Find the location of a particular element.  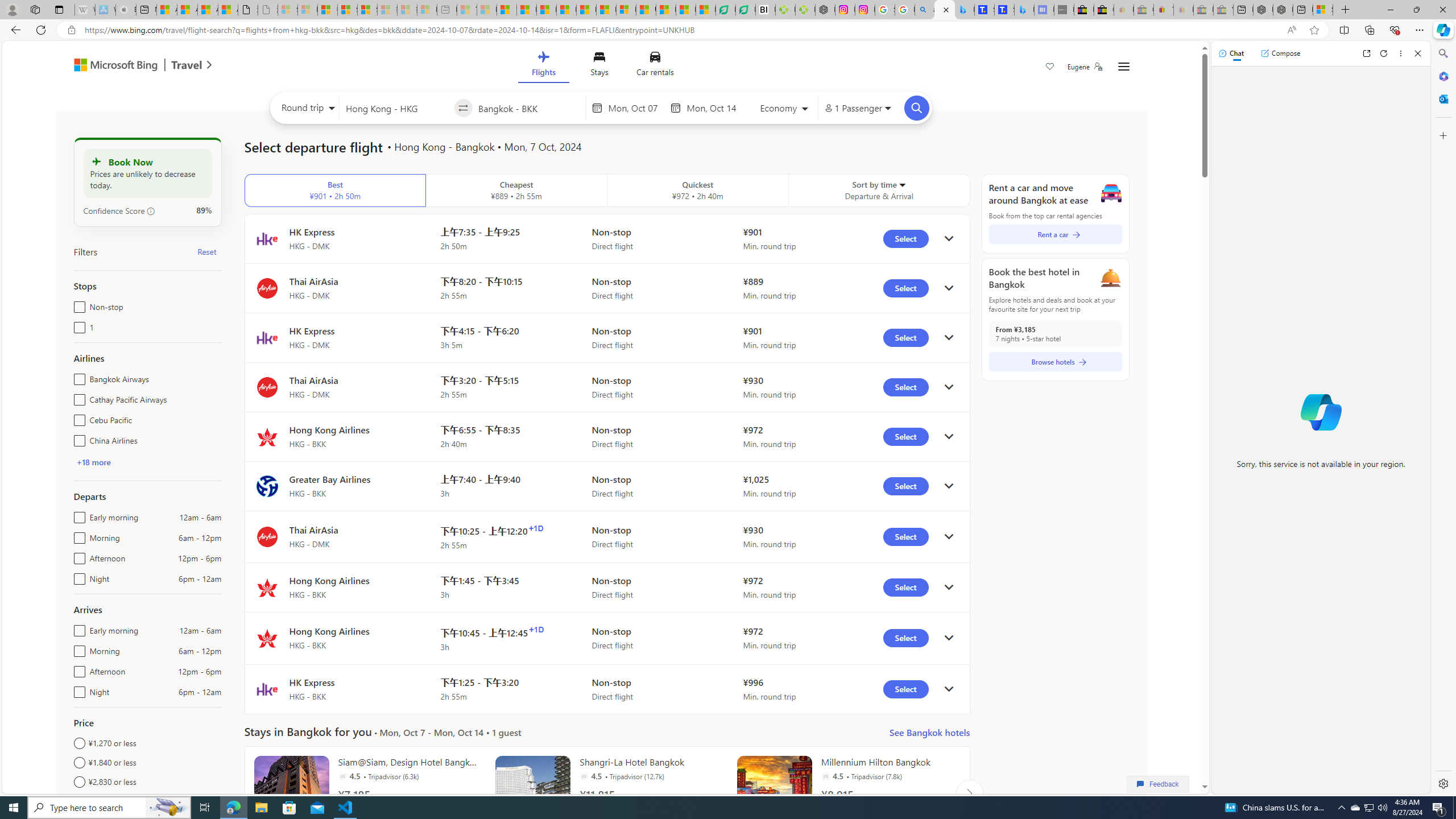

'Class: msft-travel-logo' is located at coordinates (186, 65).